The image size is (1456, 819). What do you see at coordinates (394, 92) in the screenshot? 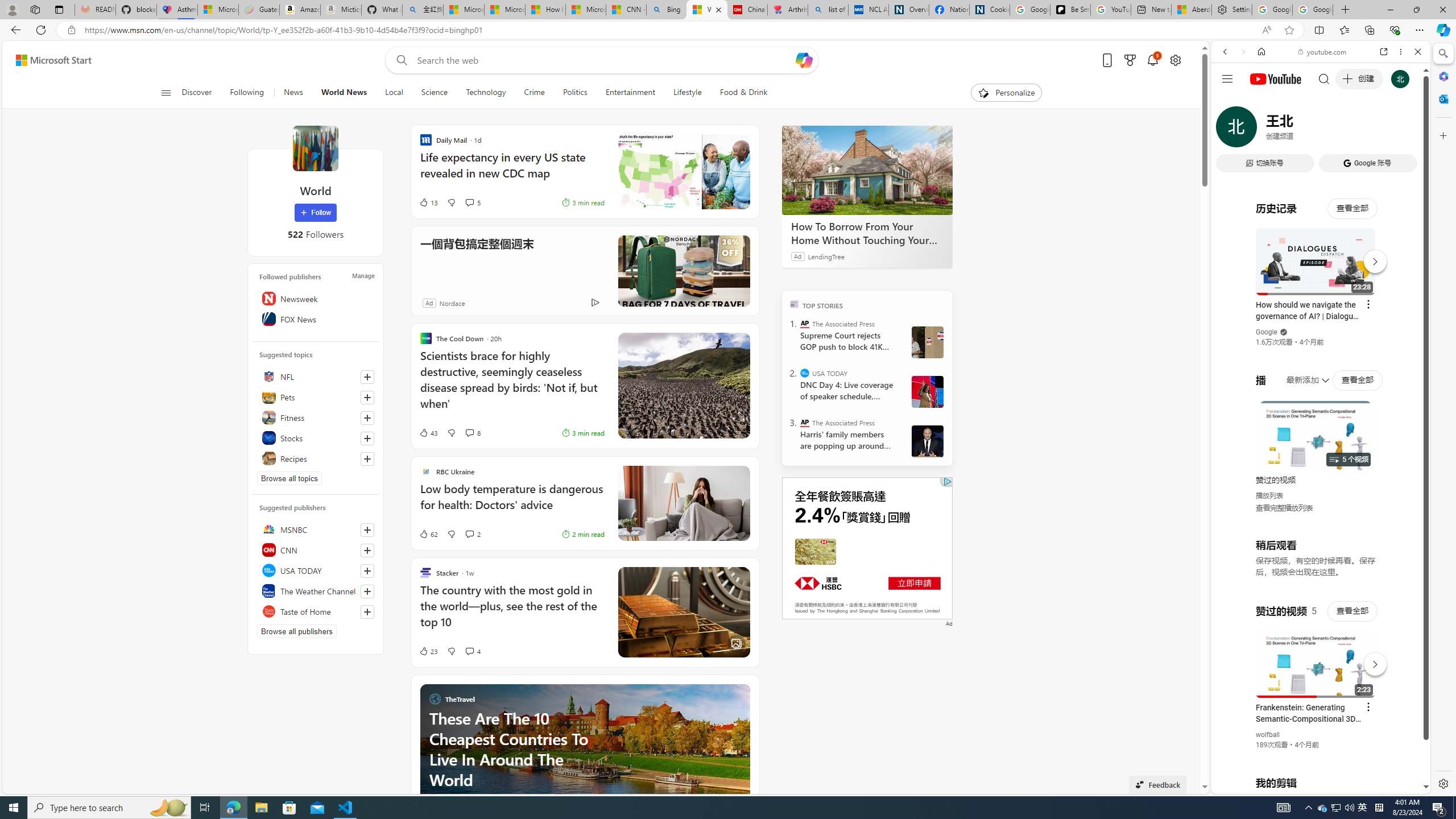
I see `'Local'` at bounding box center [394, 92].